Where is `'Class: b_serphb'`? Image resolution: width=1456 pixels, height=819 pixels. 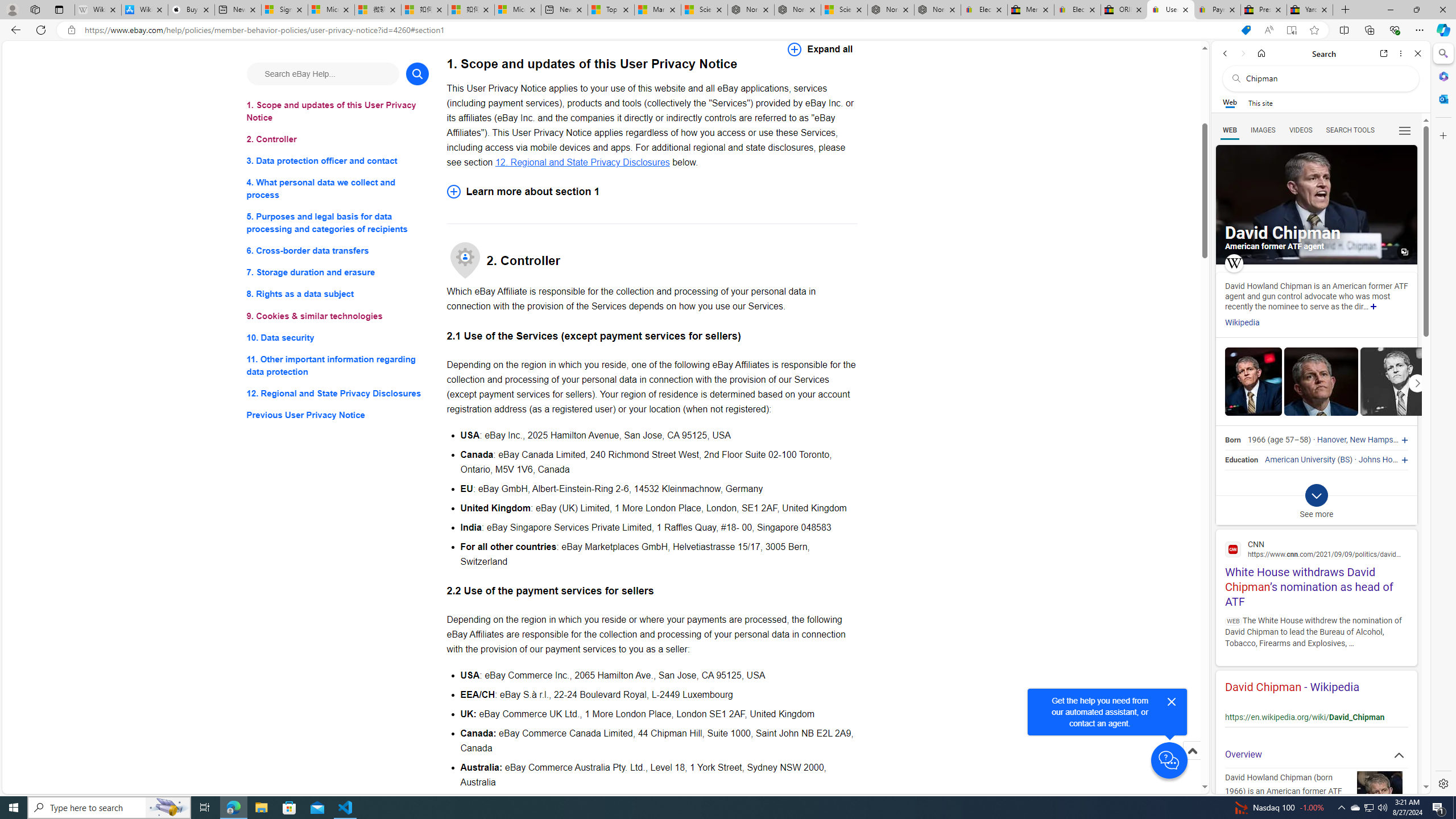
'Class: b_serphb' is located at coordinates (1405, 130).